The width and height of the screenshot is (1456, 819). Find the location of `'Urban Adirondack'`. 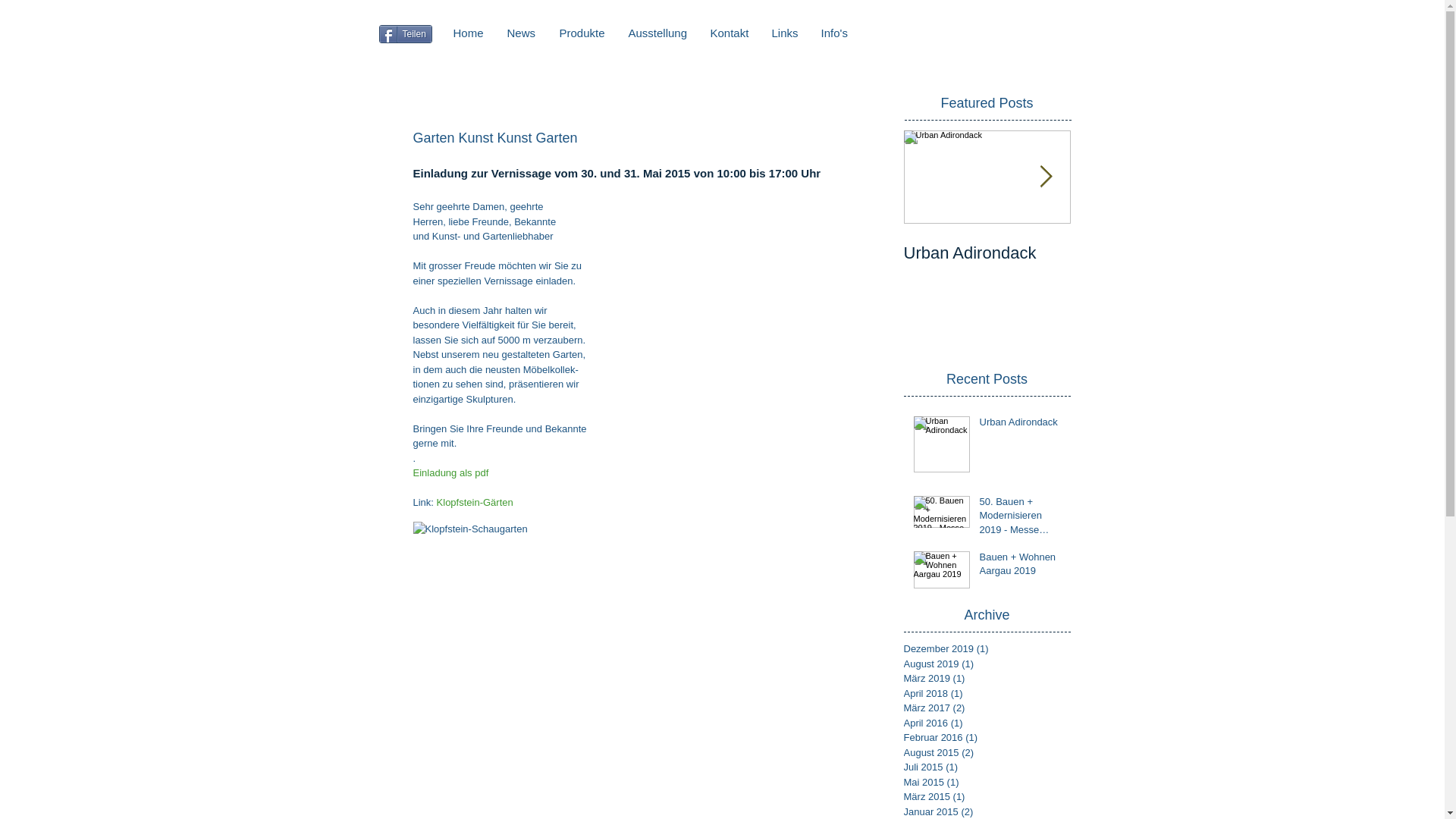

'Urban Adirondack' is located at coordinates (1020, 425).